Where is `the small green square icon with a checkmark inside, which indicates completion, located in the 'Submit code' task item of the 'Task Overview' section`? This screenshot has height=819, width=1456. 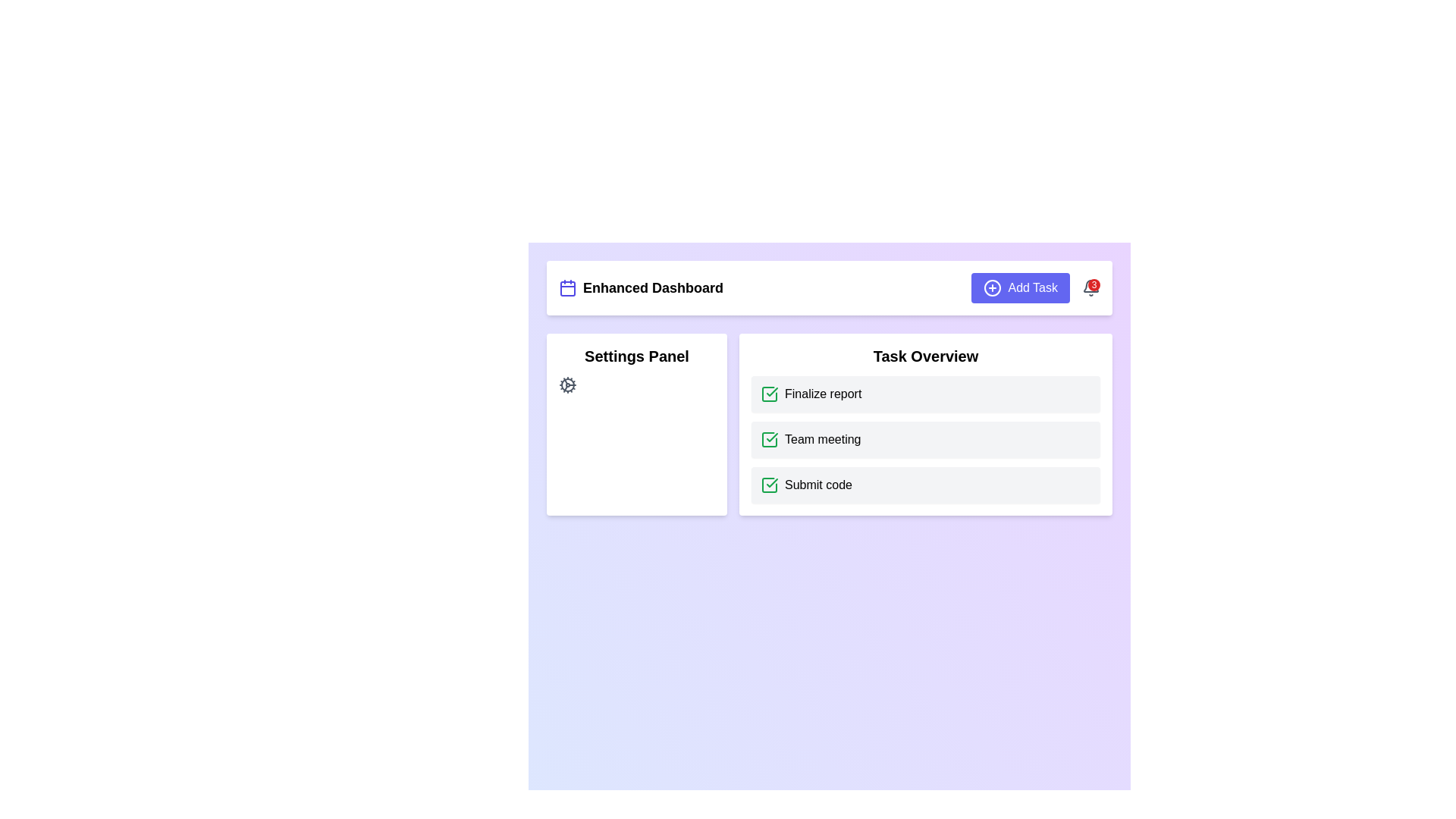 the small green square icon with a checkmark inside, which indicates completion, located in the 'Submit code' task item of the 'Task Overview' section is located at coordinates (769, 485).